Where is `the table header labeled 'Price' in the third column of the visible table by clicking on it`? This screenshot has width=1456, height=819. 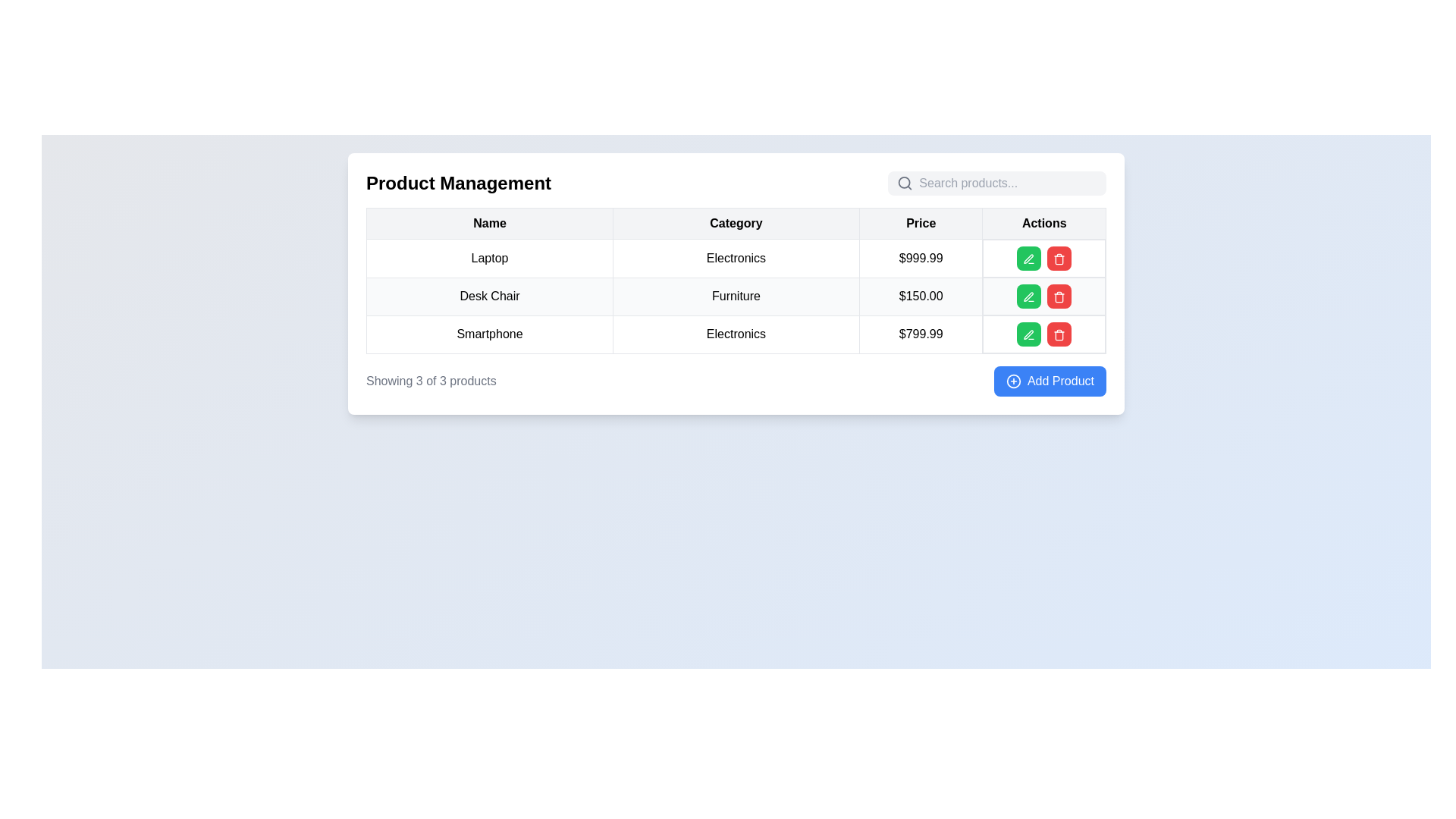
the table header labeled 'Price' in the third column of the visible table by clicking on it is located at coordinates (920, 223).